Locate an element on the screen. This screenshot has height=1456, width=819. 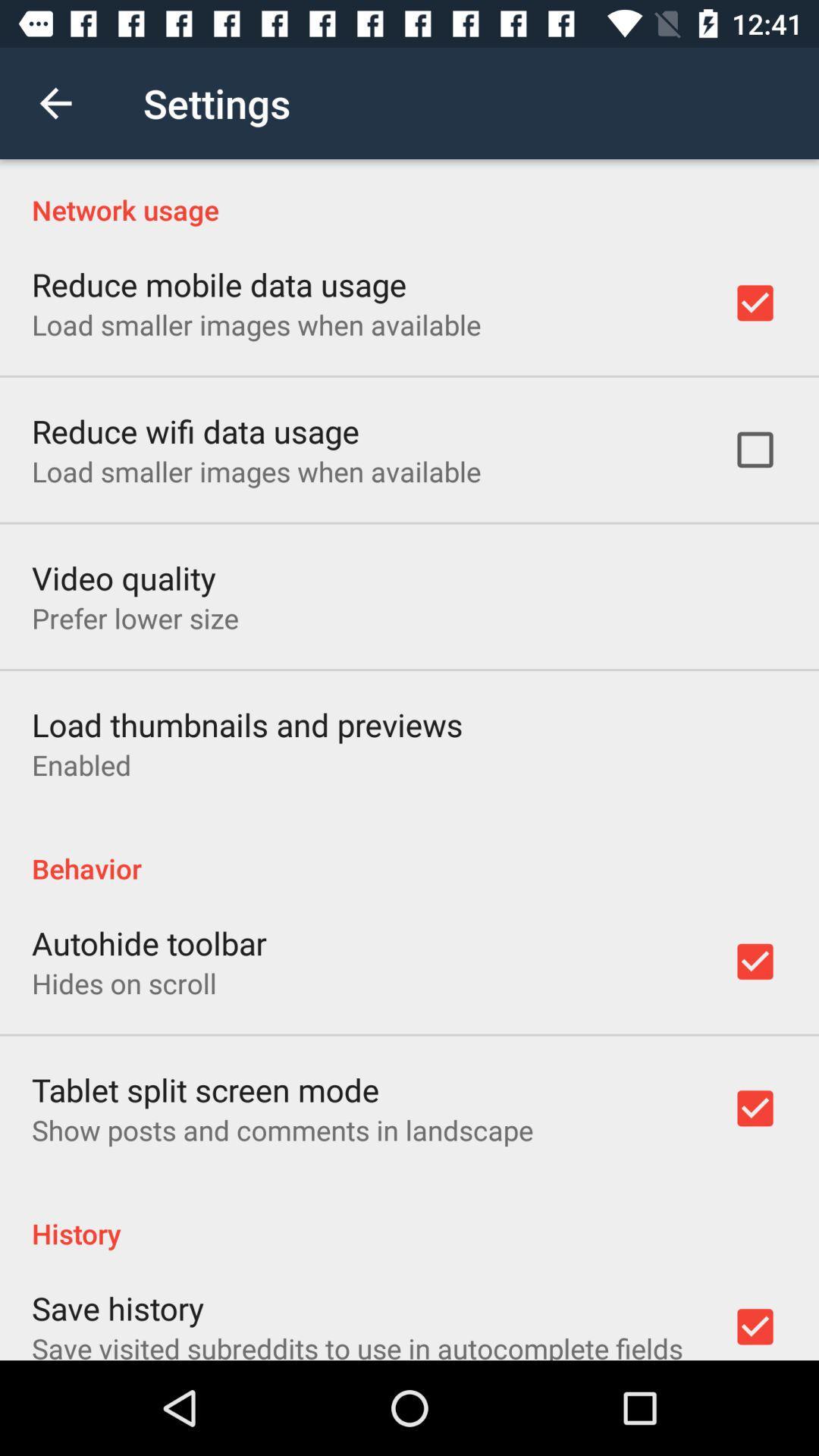
the video quality is located at coordinates (123, 577).